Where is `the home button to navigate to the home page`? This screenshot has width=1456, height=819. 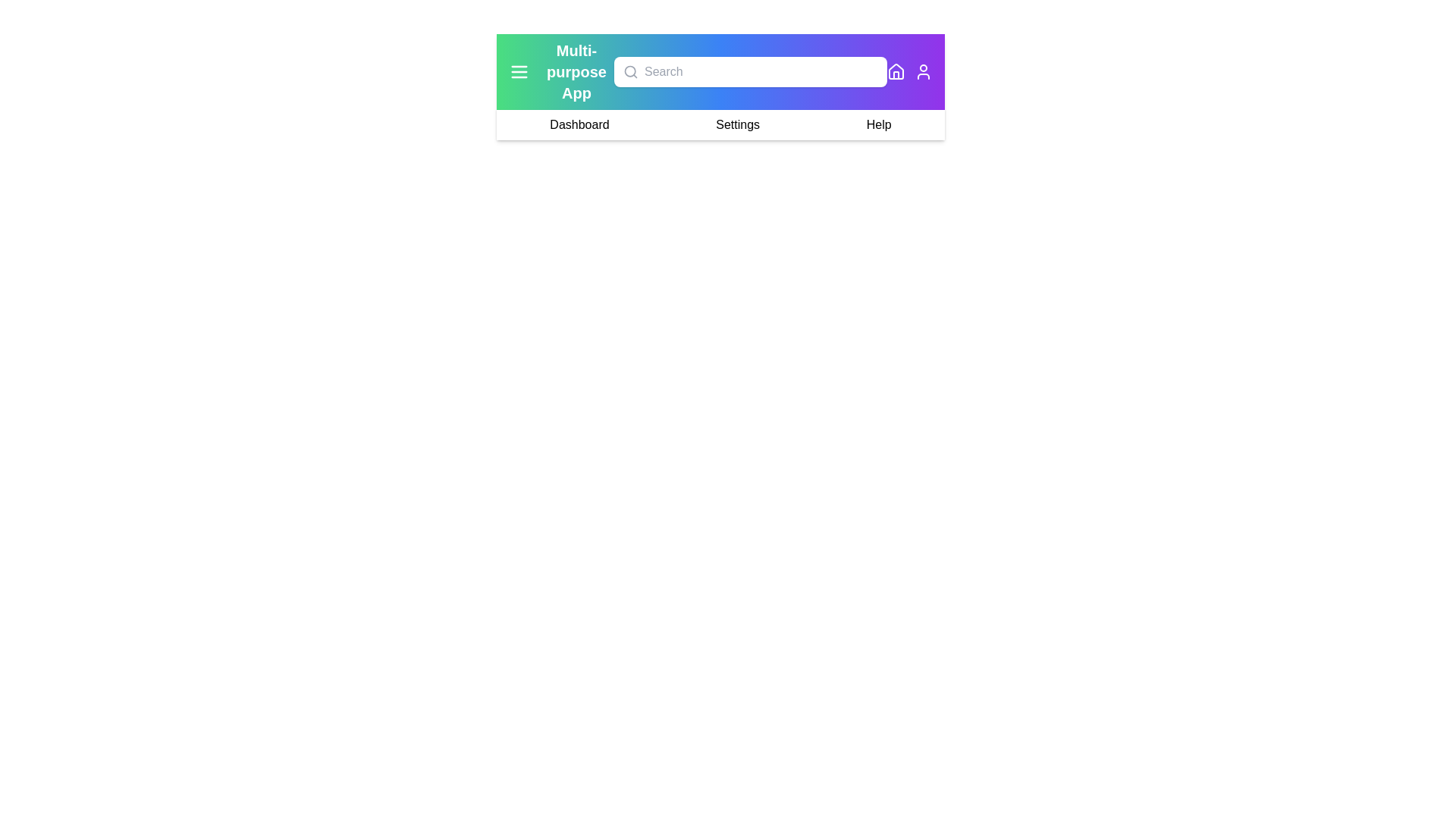
the home button to navigate to the home page is located at coordinates (896, 72).